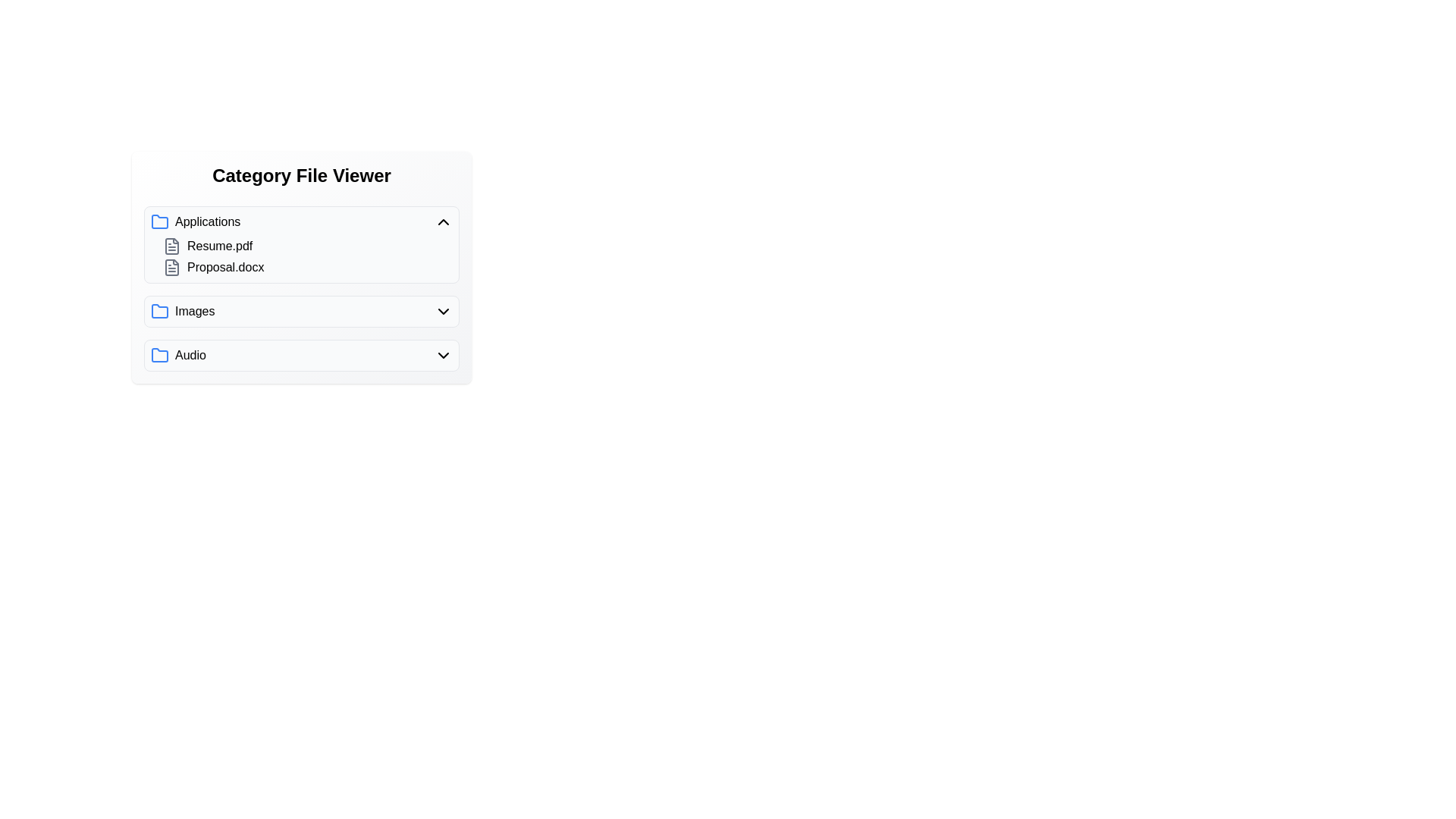  I want to click on the file Resume.pdf within the 'Applications' category, so click(218, 245).